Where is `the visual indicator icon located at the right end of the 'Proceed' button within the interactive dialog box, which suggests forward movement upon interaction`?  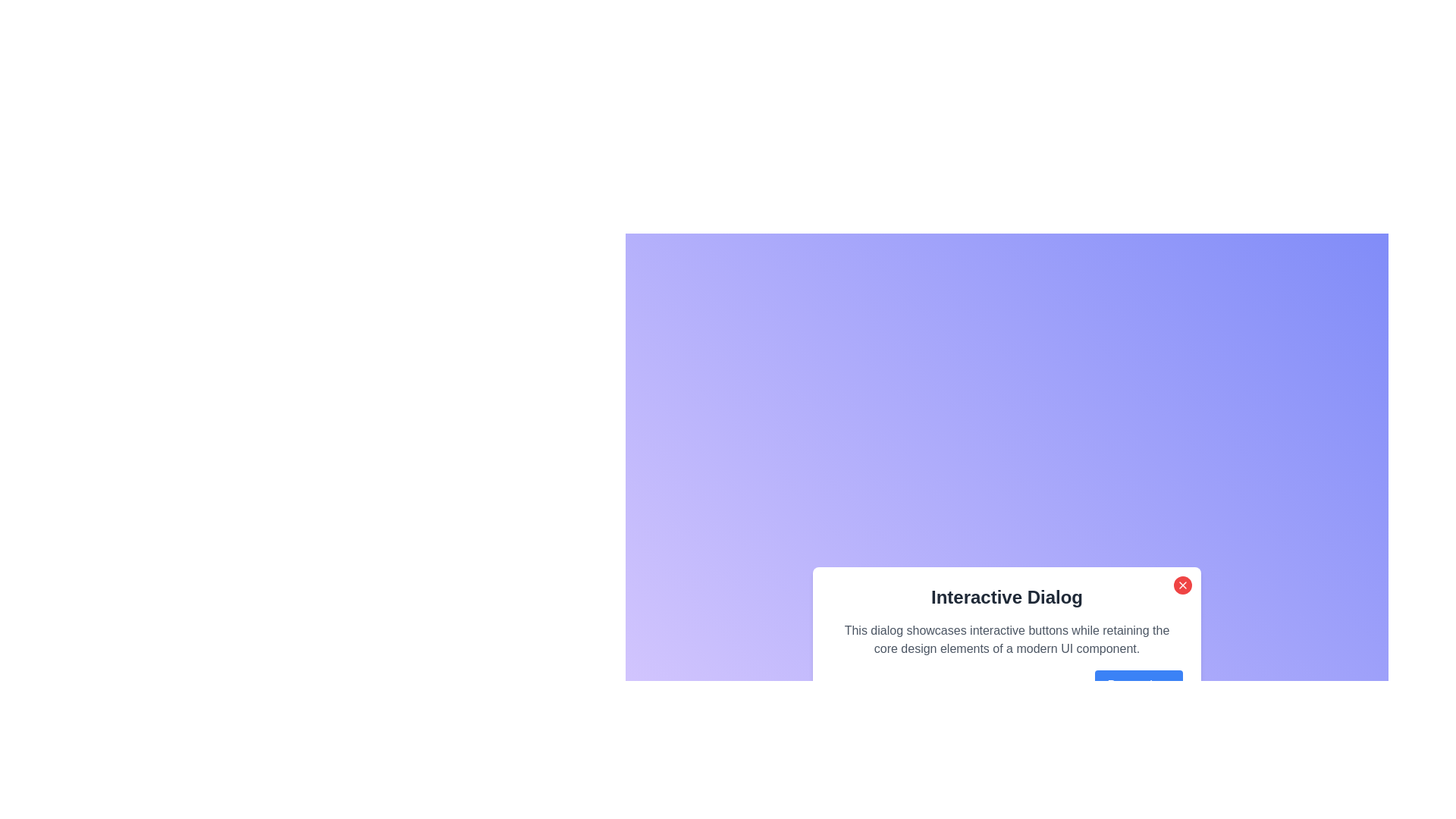 the visual indicator icon located at the right end of the 'Proceed' button within the interactive dialog box, which suggests forward movement upon interaction is located at coordinates (1164, 685).